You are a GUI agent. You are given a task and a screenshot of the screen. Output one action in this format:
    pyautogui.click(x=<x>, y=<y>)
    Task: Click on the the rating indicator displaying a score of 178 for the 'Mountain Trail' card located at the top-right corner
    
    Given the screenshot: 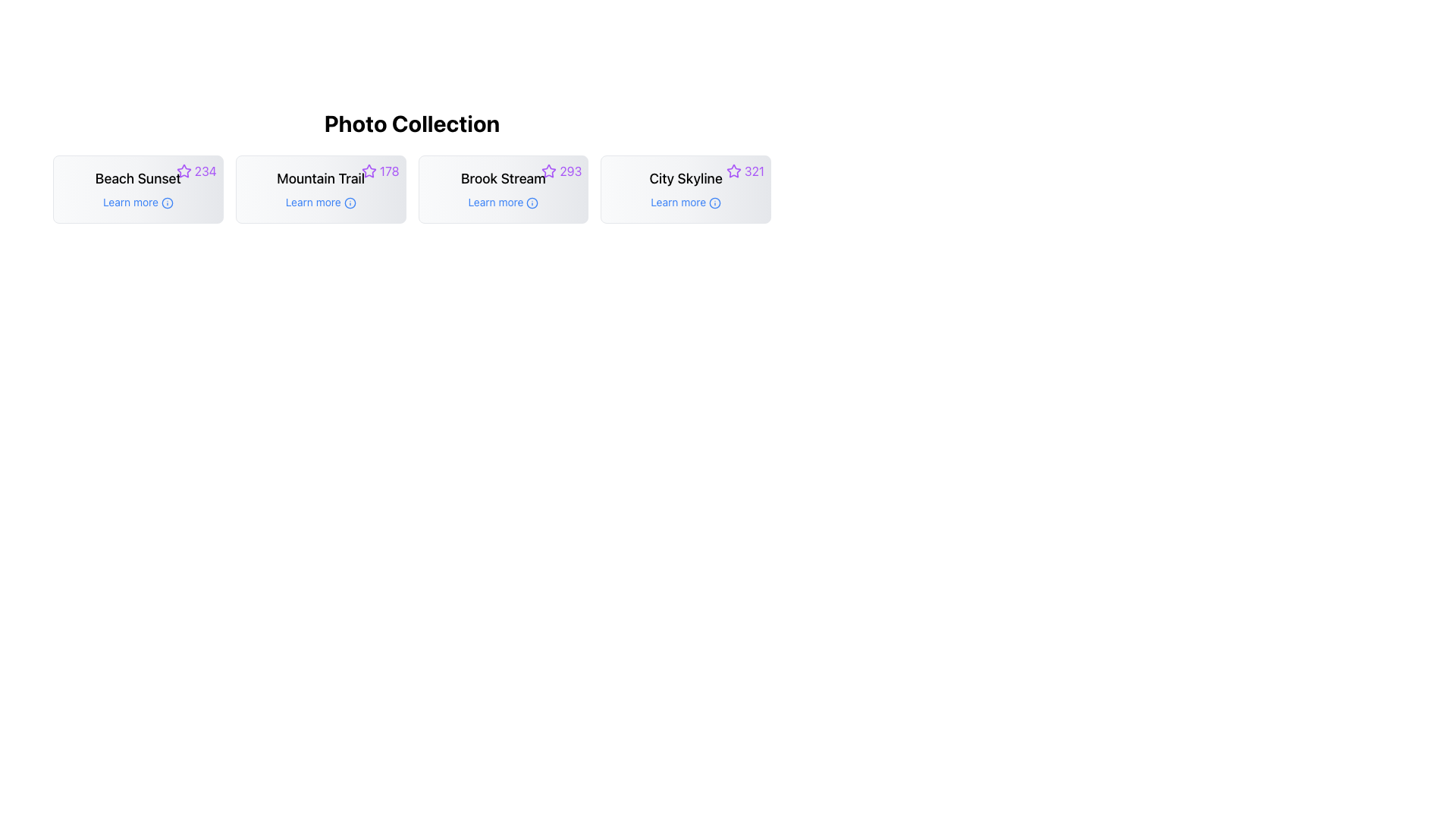 What is the action you would take?
    pyautogui.click(x=380, y=171)
    